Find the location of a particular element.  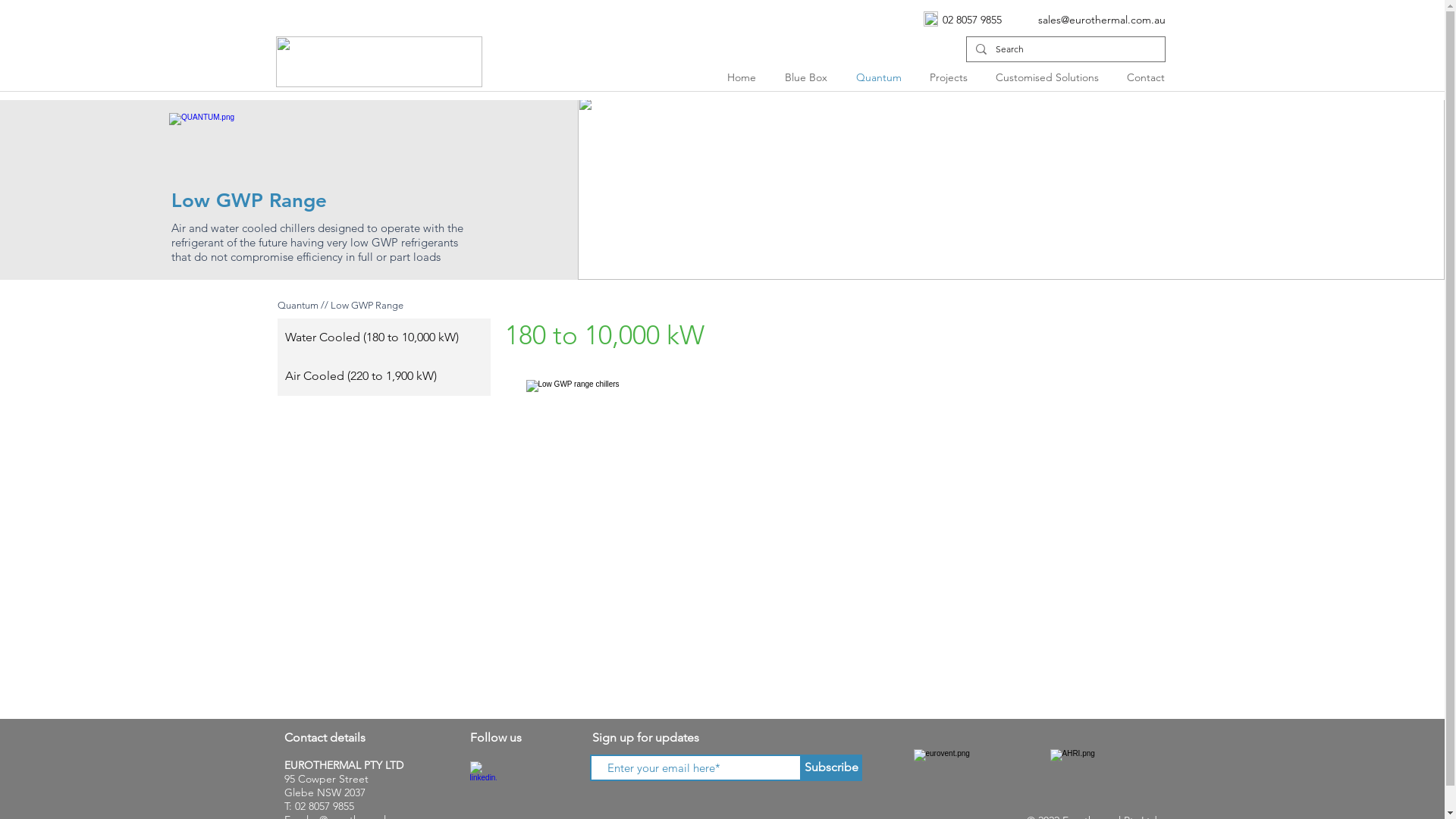

'Contact' is located at coordinates (1147, 77).